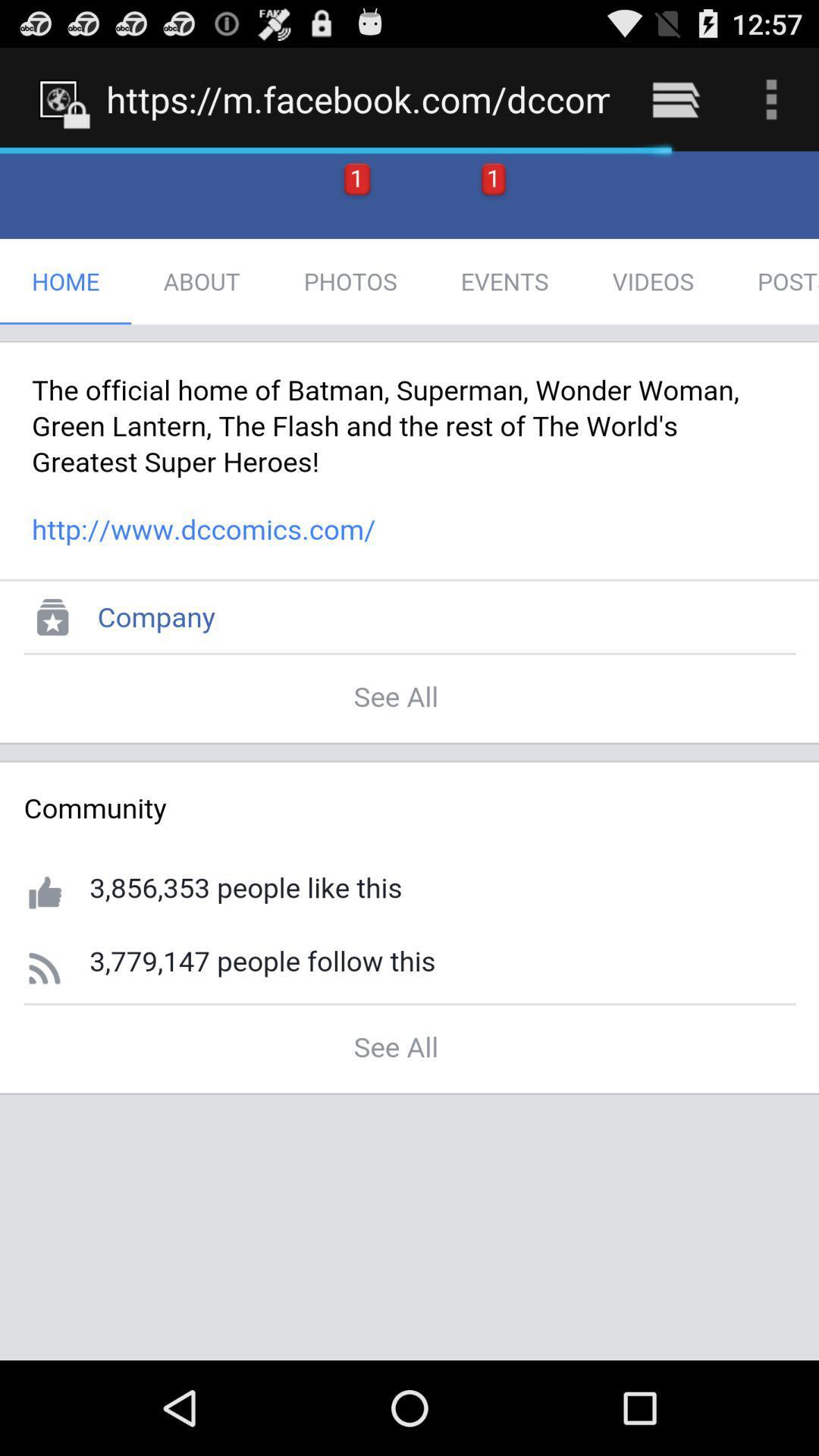  I want to click on the icon to the right of https m facebook icon, so click(675, 99).